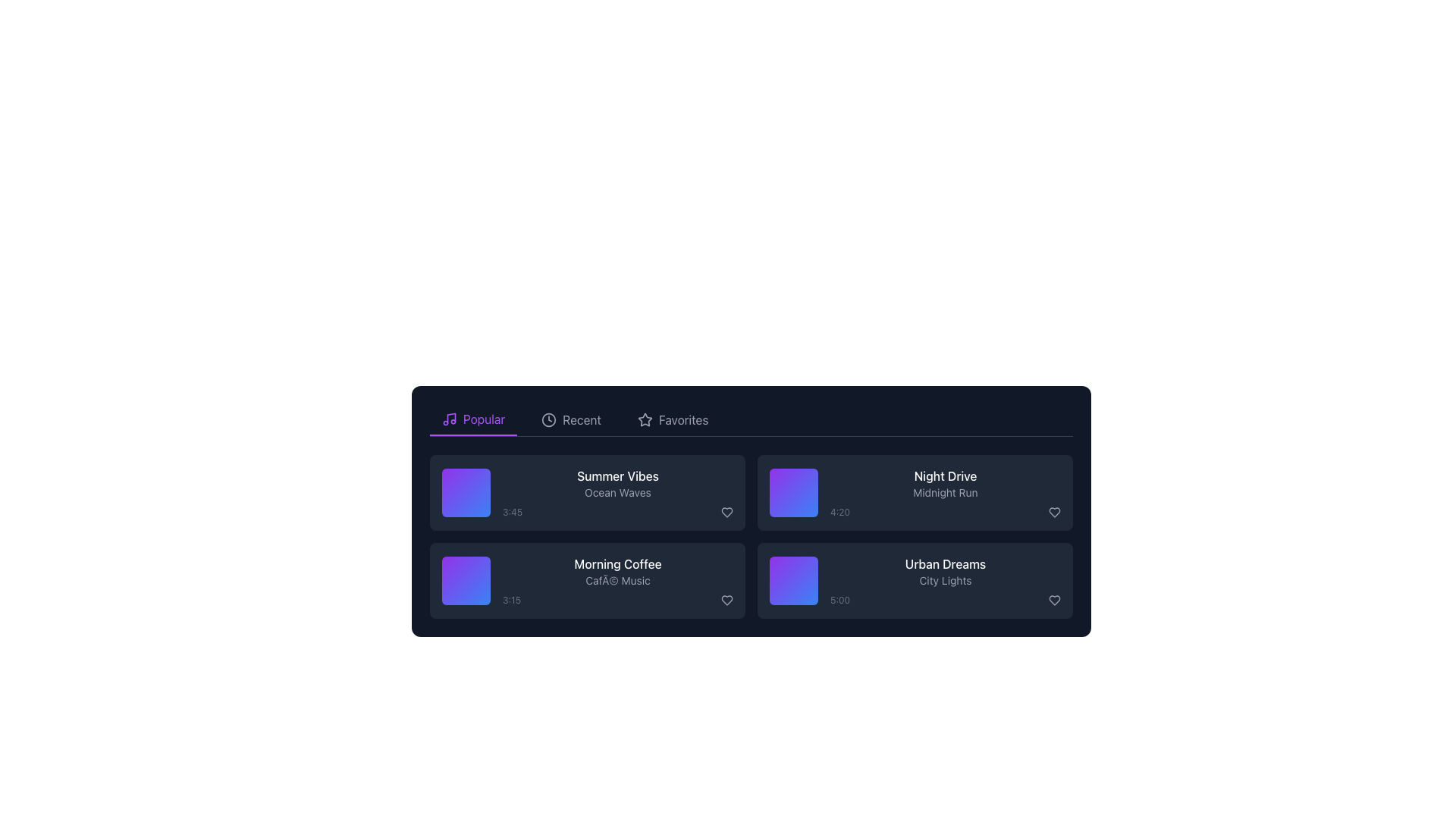  What do you see at coordinates (618, 475) in the screenshot?
I see `the 'Summer Vibes' text label, which is displayed in a white medium-sized font at the top of a music item, above the subtitle 'Ocean Waves'` at bounding box center [618, 475].